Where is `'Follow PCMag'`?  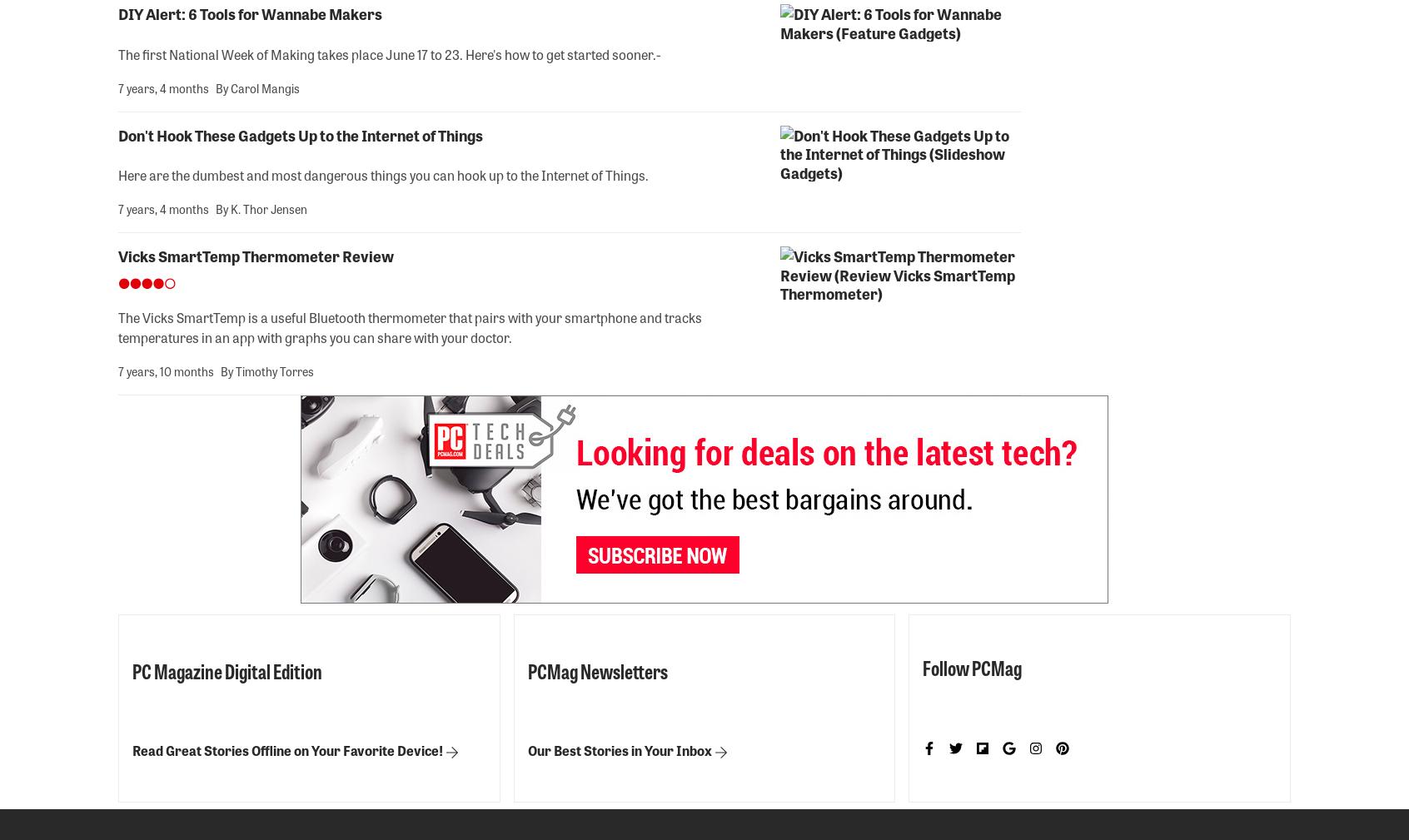
'Follow PCMag' is located at coordinates (971, 666).